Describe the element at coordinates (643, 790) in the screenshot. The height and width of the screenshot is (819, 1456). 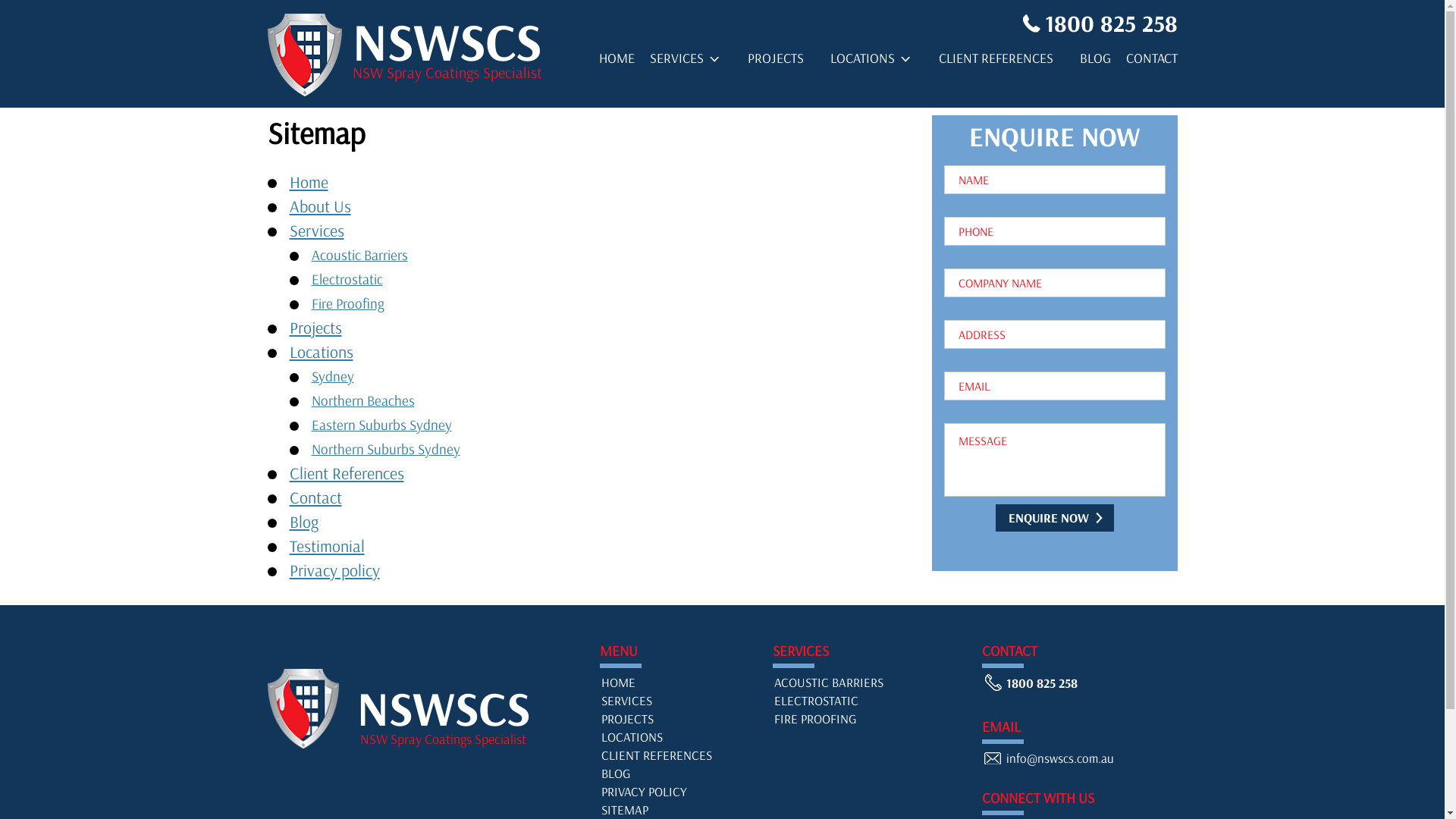
I see `'PRIVACY POLICY'` at that location.